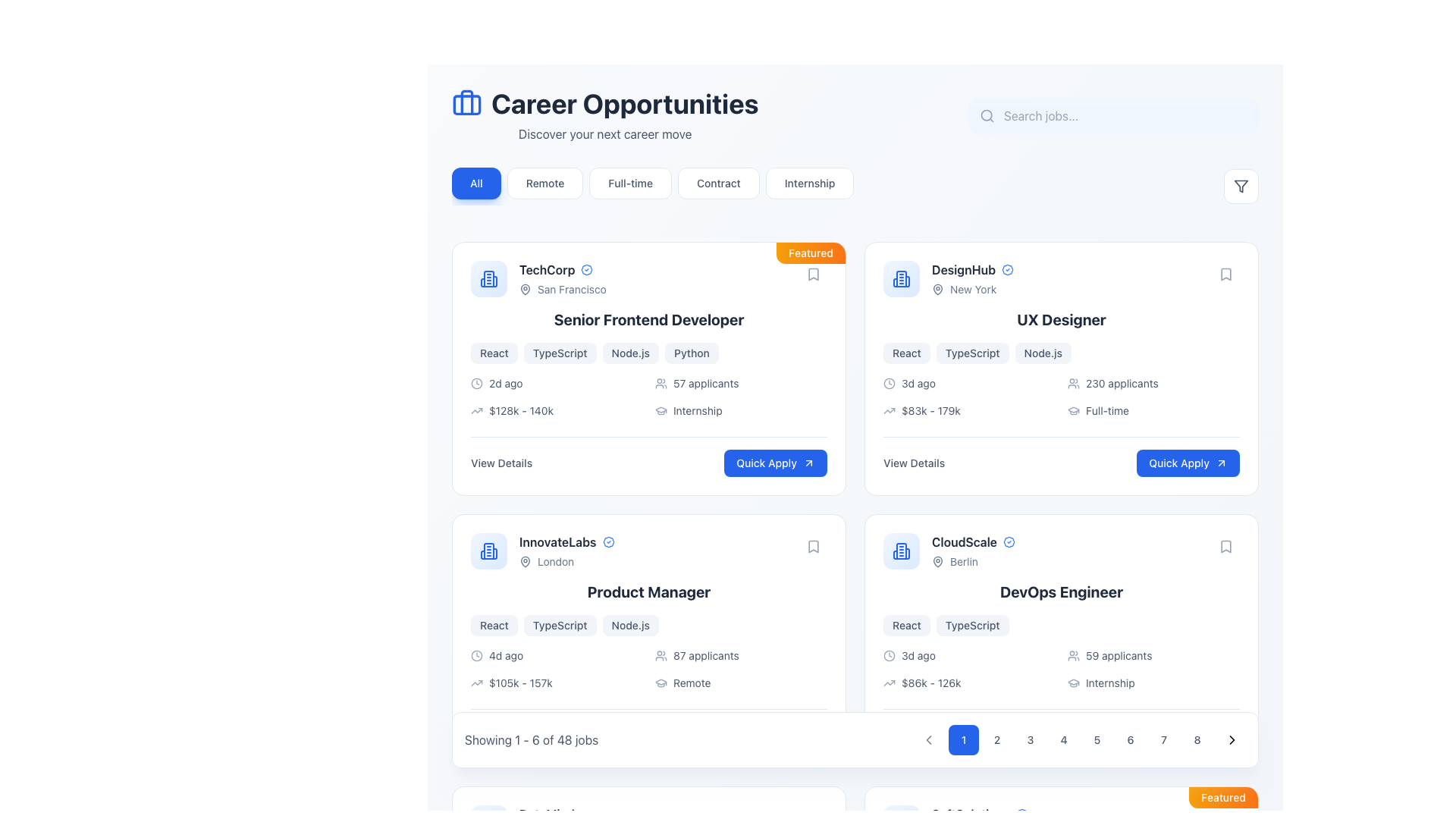  Describe the element at coordinates (813, 547) in the screenshot. I see `the bookmark icon located in the top-right corner of the 'InnovateLabs' job posting card` at that location.